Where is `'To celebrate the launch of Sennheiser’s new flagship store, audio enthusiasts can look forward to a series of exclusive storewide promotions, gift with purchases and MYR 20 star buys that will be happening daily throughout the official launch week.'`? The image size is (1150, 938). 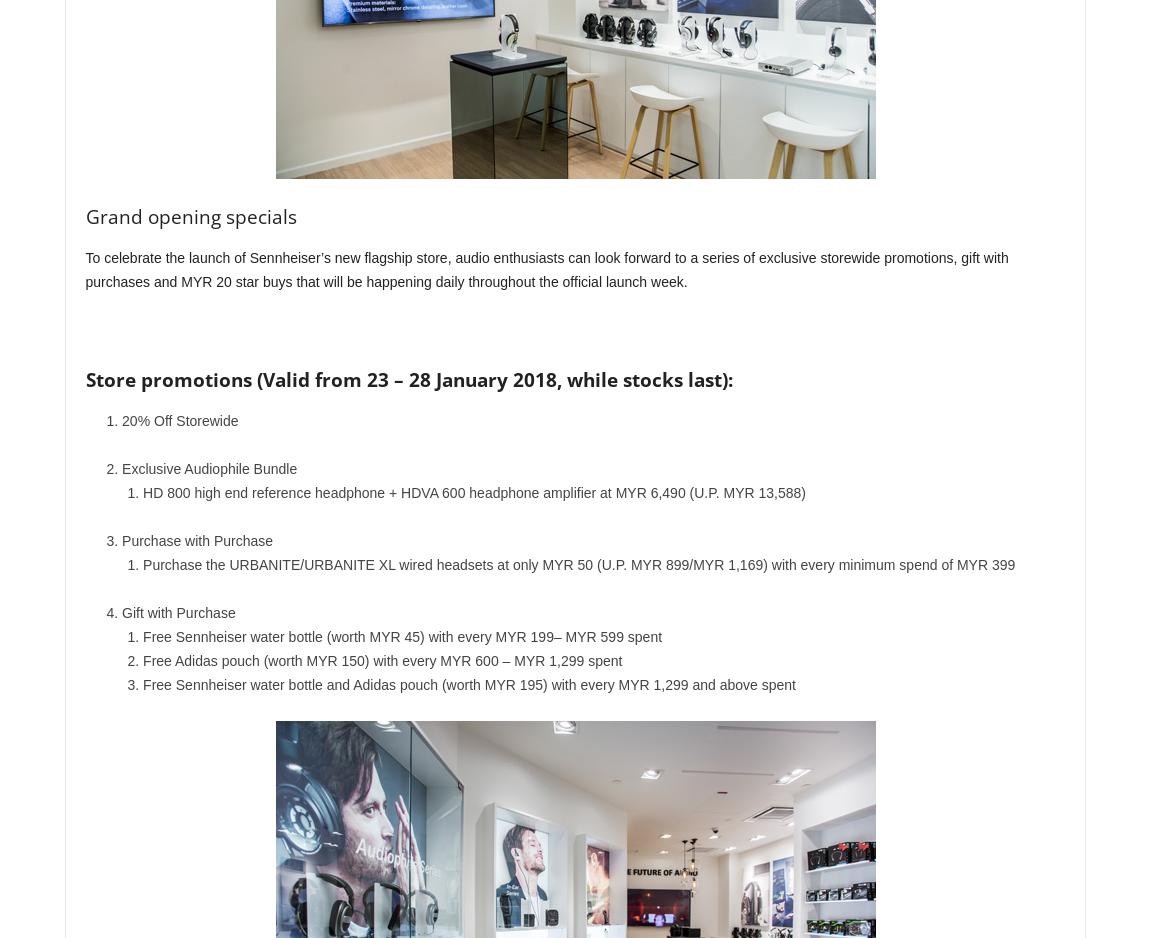
'To celebrate the launch of Sennheiser’s new flagship store, audio enthusiasts can look forward to a series of exclusive storewide promotions, gift with purchases and MYR 20 star buys that will be happening daily throughout the official launch week.' is located at coordinates (546, 269).